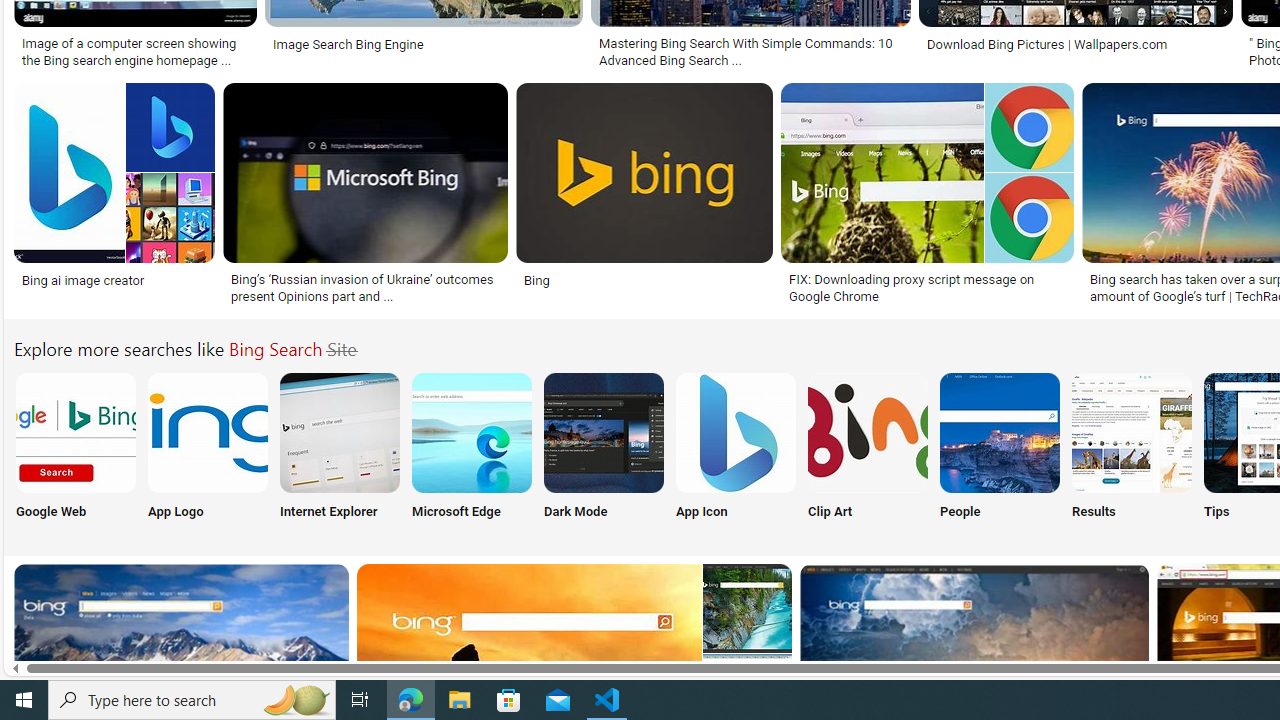 Image resolution: width=1280 pixels, height=720 pixels. What do you see at coordinates (603, 450) in the screenshot?
I see `'Dark Mode'` at bounding box center [603, 450].